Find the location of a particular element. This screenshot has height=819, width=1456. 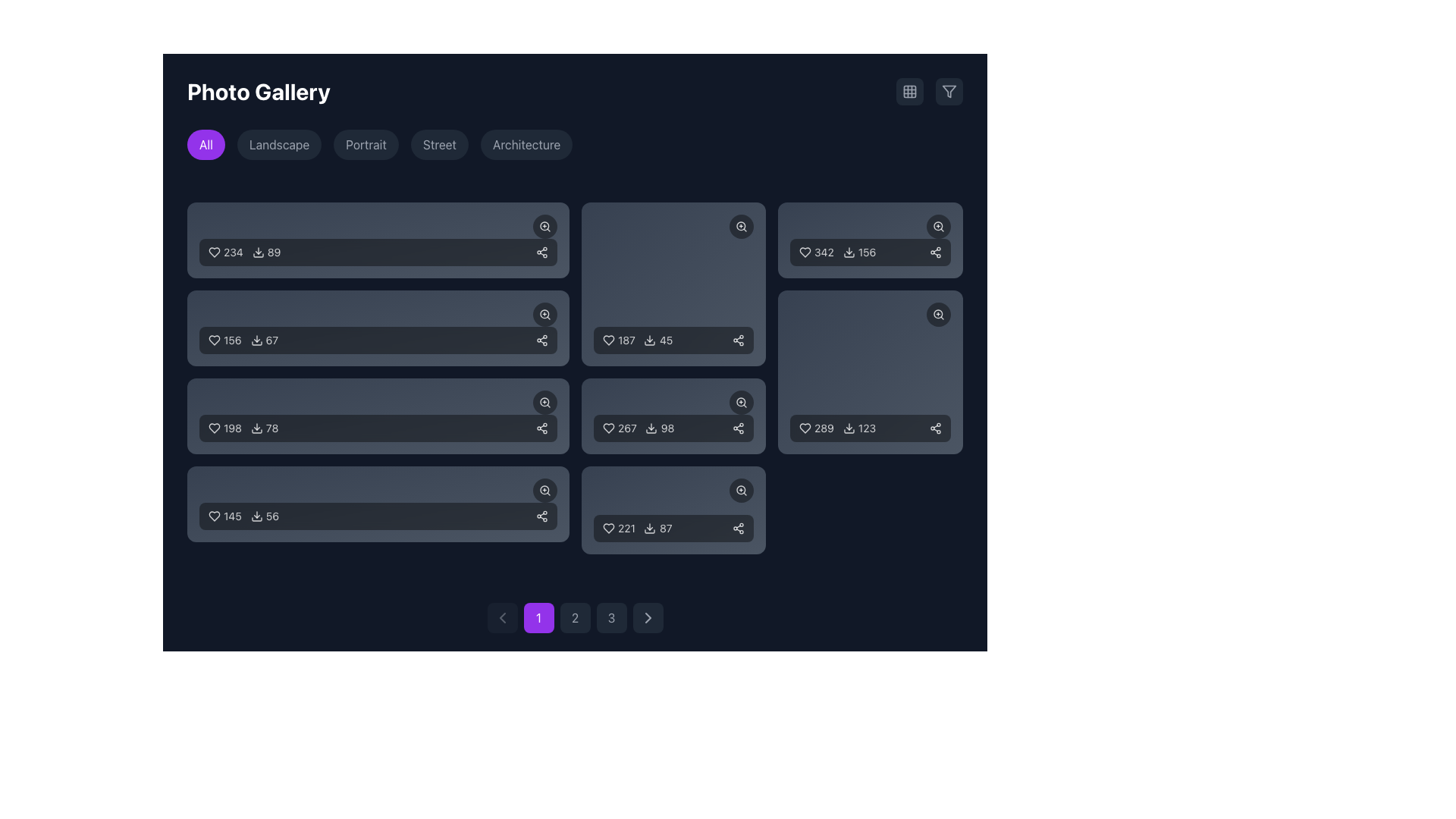

the heart-shaped outline icon located in the top-right segment of the grid layout, positioned to the left of the numeric label '342' is located at coordinates (805, 251).